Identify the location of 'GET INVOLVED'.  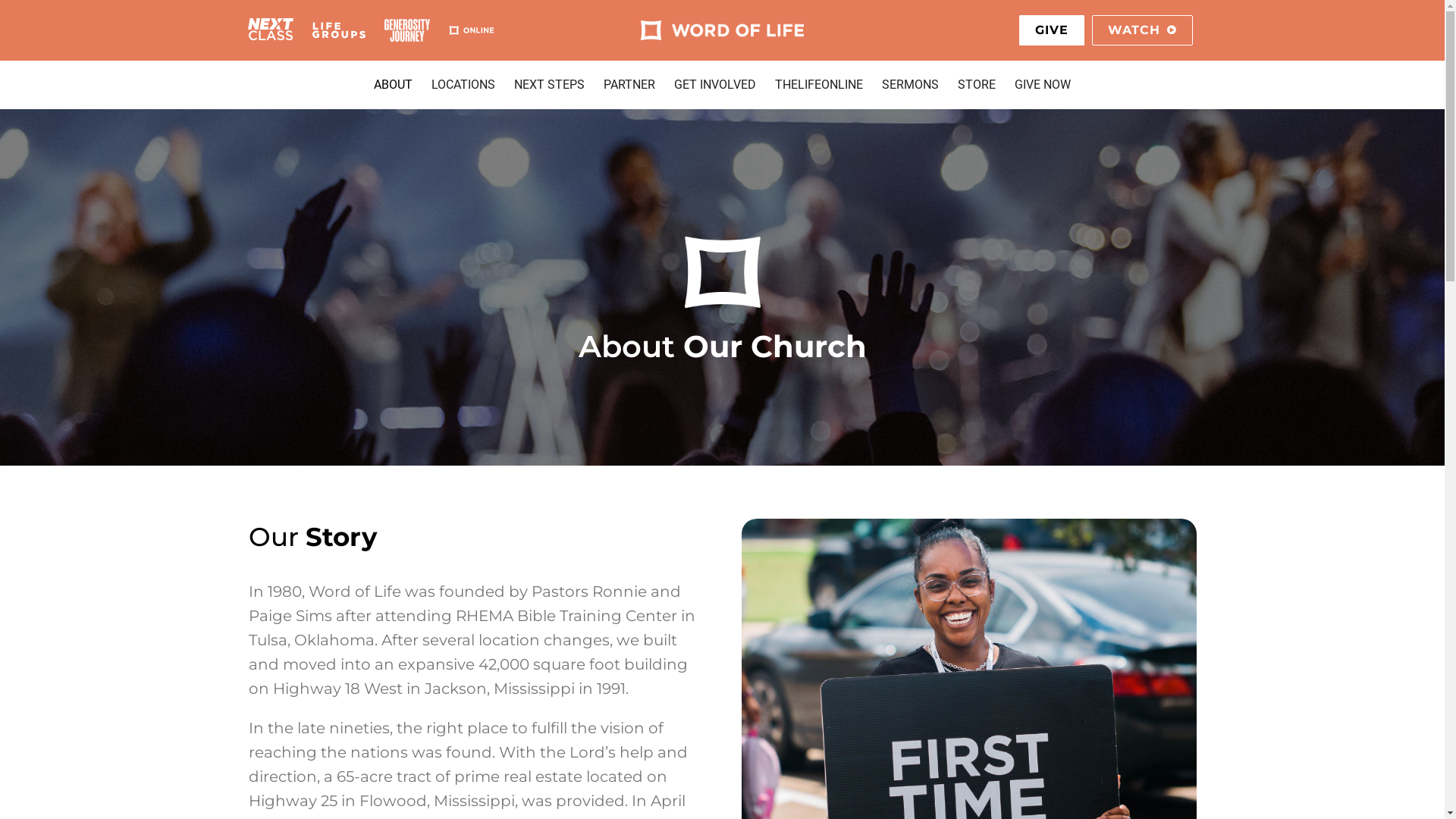
(714, 84).